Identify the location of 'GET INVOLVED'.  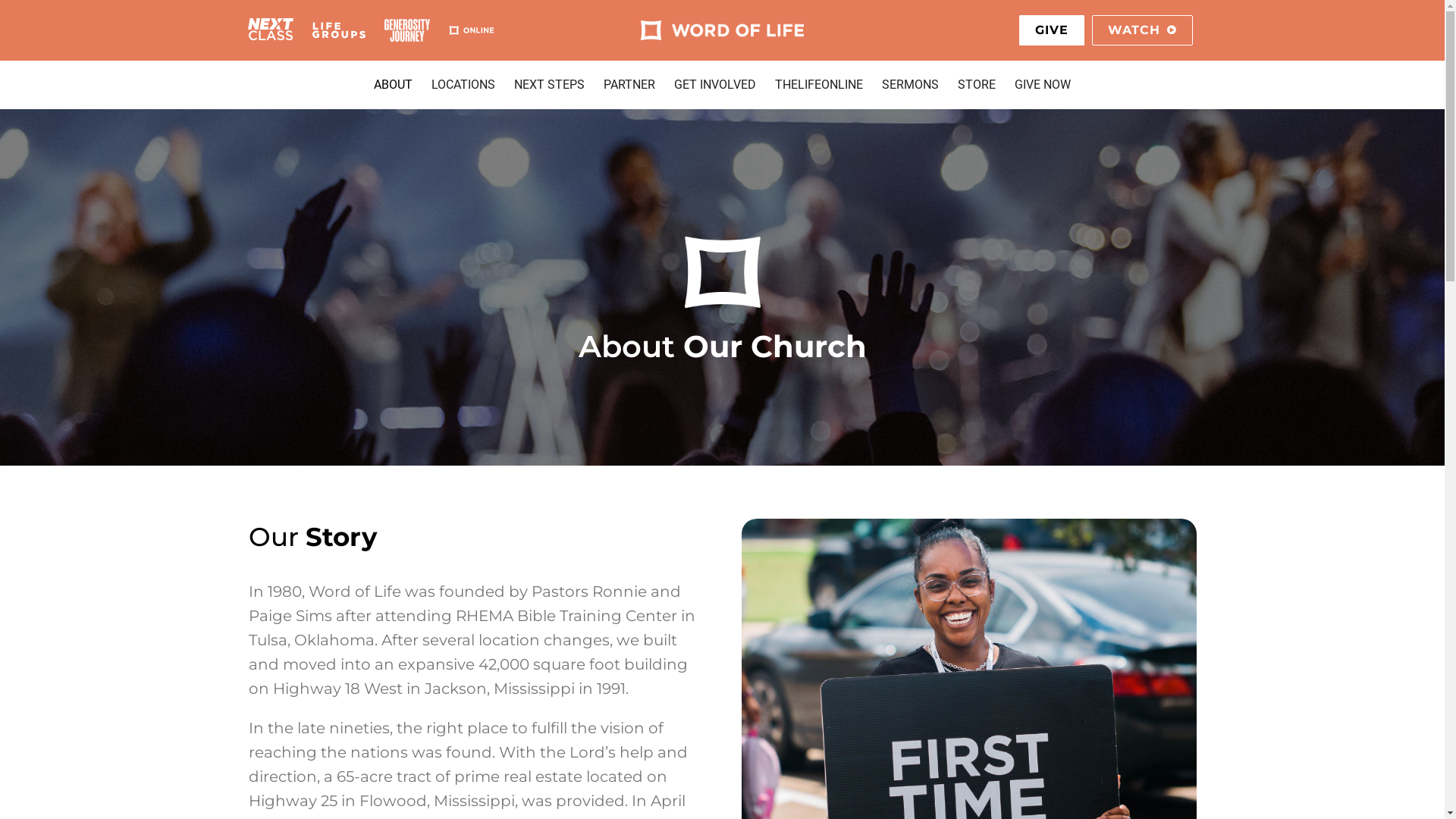
(714, 84).